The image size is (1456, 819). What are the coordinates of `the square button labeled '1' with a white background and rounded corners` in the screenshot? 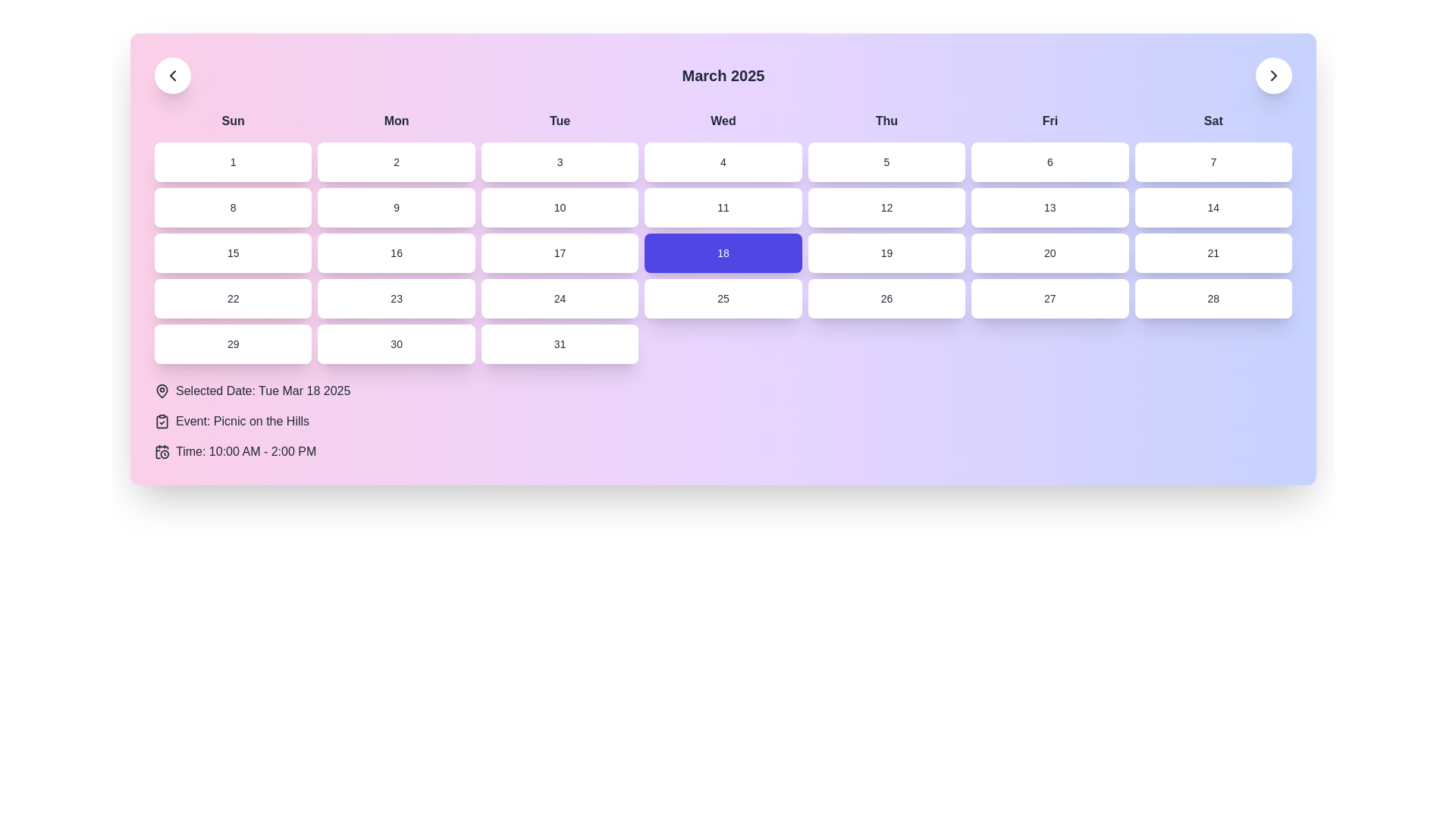 It's located at (232, 162).